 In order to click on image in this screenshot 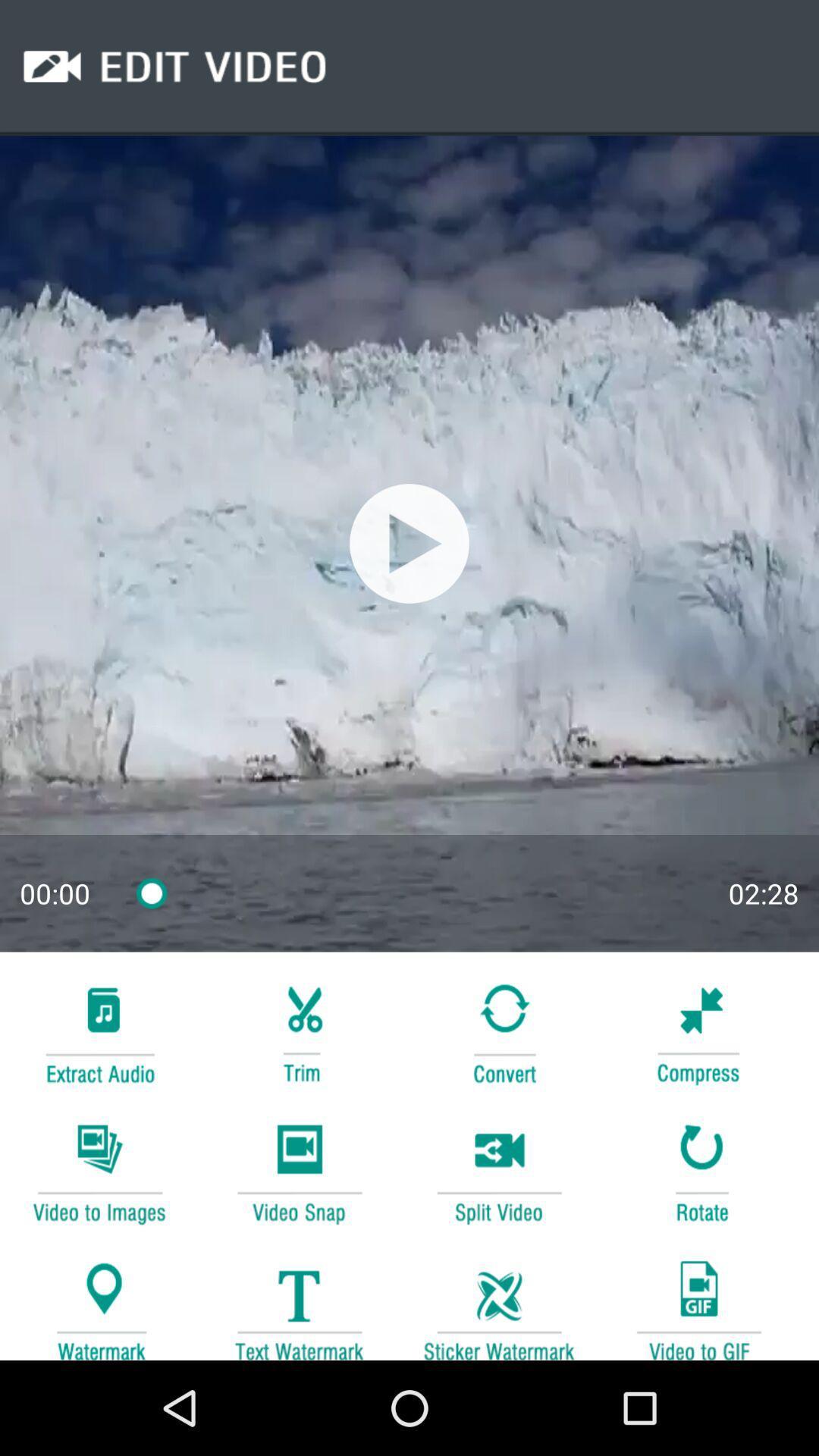, I will do `click(499, 1302)`.